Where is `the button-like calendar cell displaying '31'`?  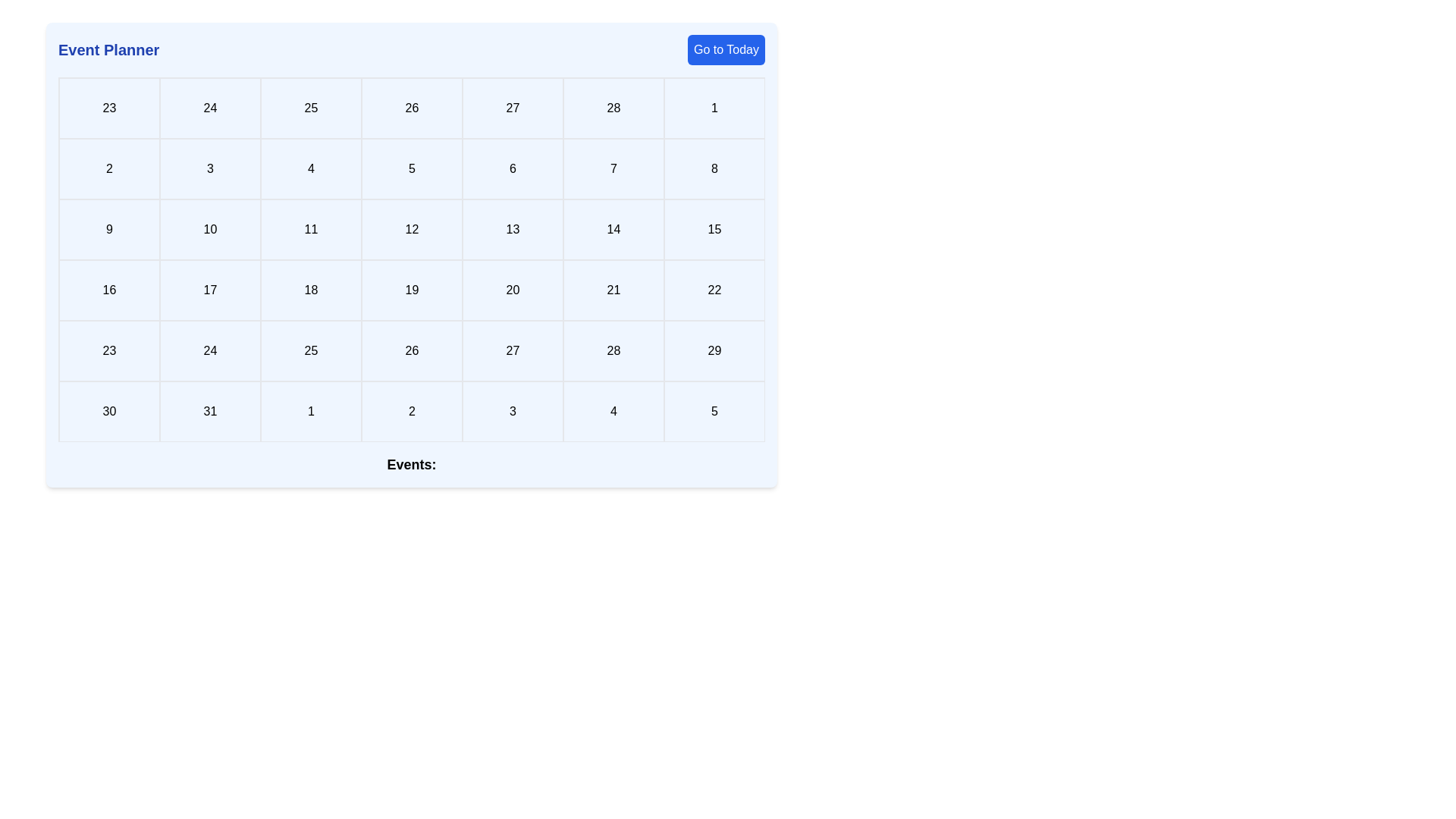 the button-like calendar cell displaying '31' is located at coordinates (209, 412).